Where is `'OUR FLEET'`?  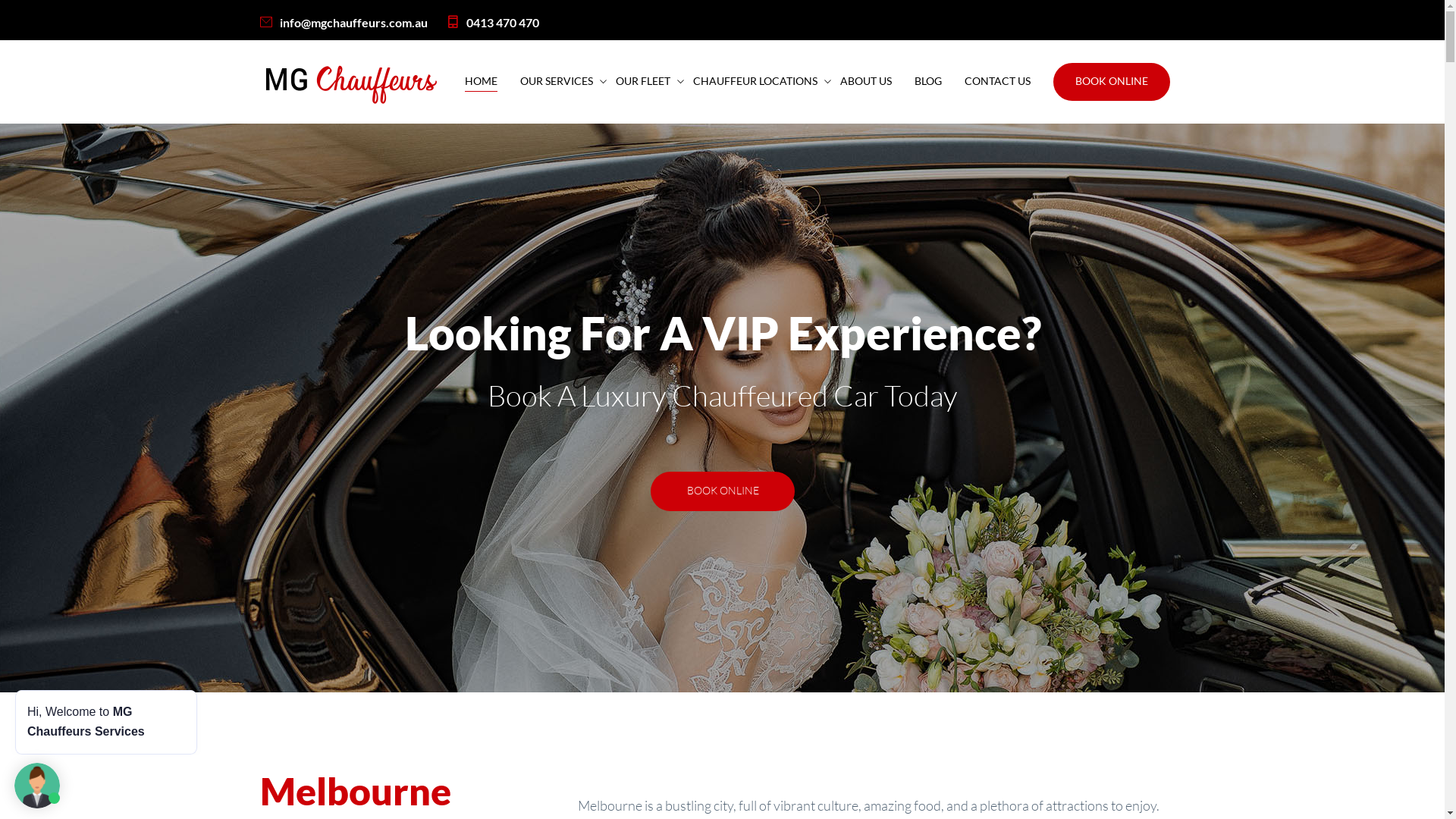
'OUR FLEET' is located at coordinates (643, 81).